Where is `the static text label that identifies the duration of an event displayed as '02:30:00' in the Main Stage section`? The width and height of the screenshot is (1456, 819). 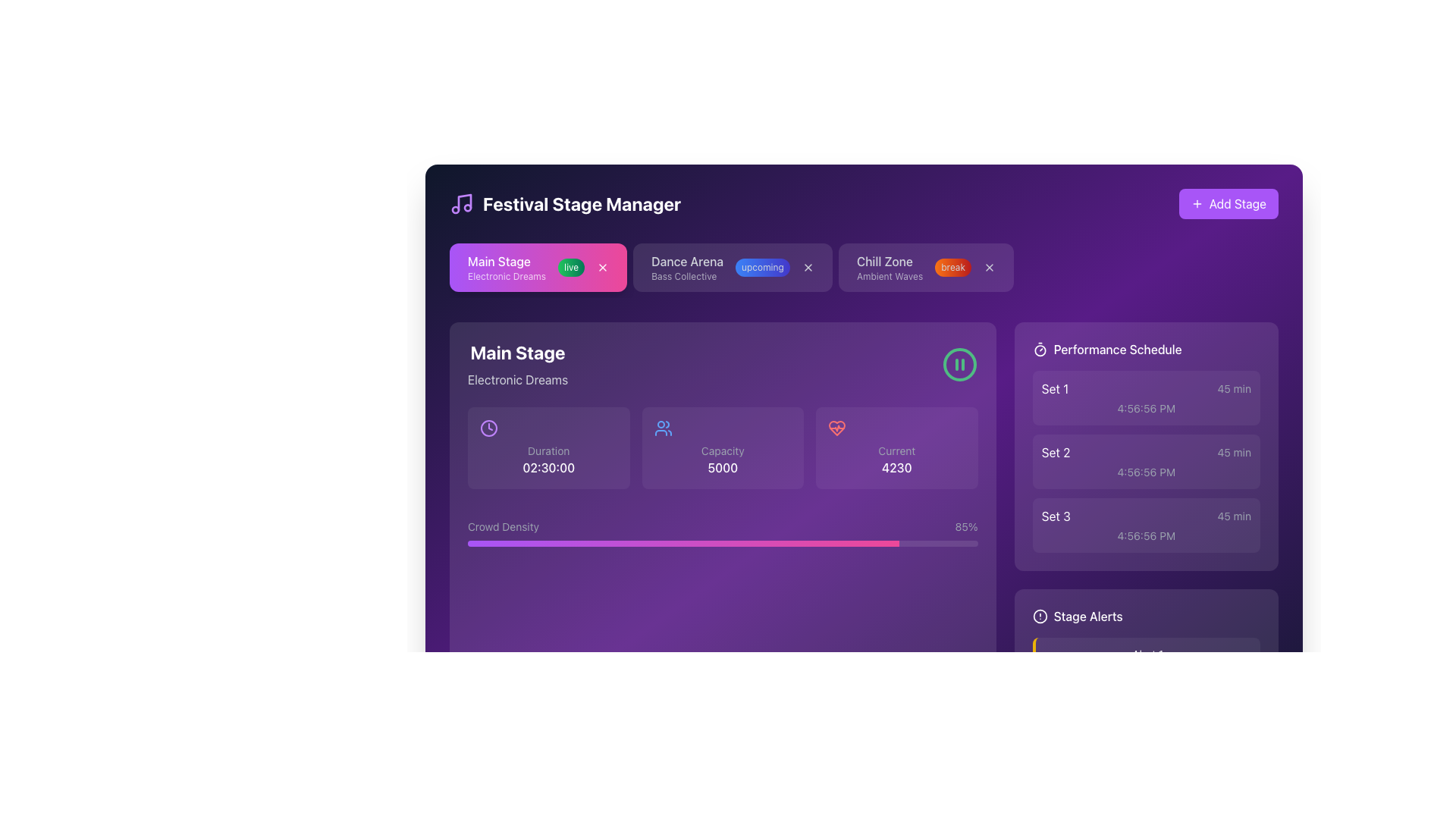 the static text label that identifies the duration of an event displayed as '02:30:00' in the Main Stage section is located at coordinates (548, 450).